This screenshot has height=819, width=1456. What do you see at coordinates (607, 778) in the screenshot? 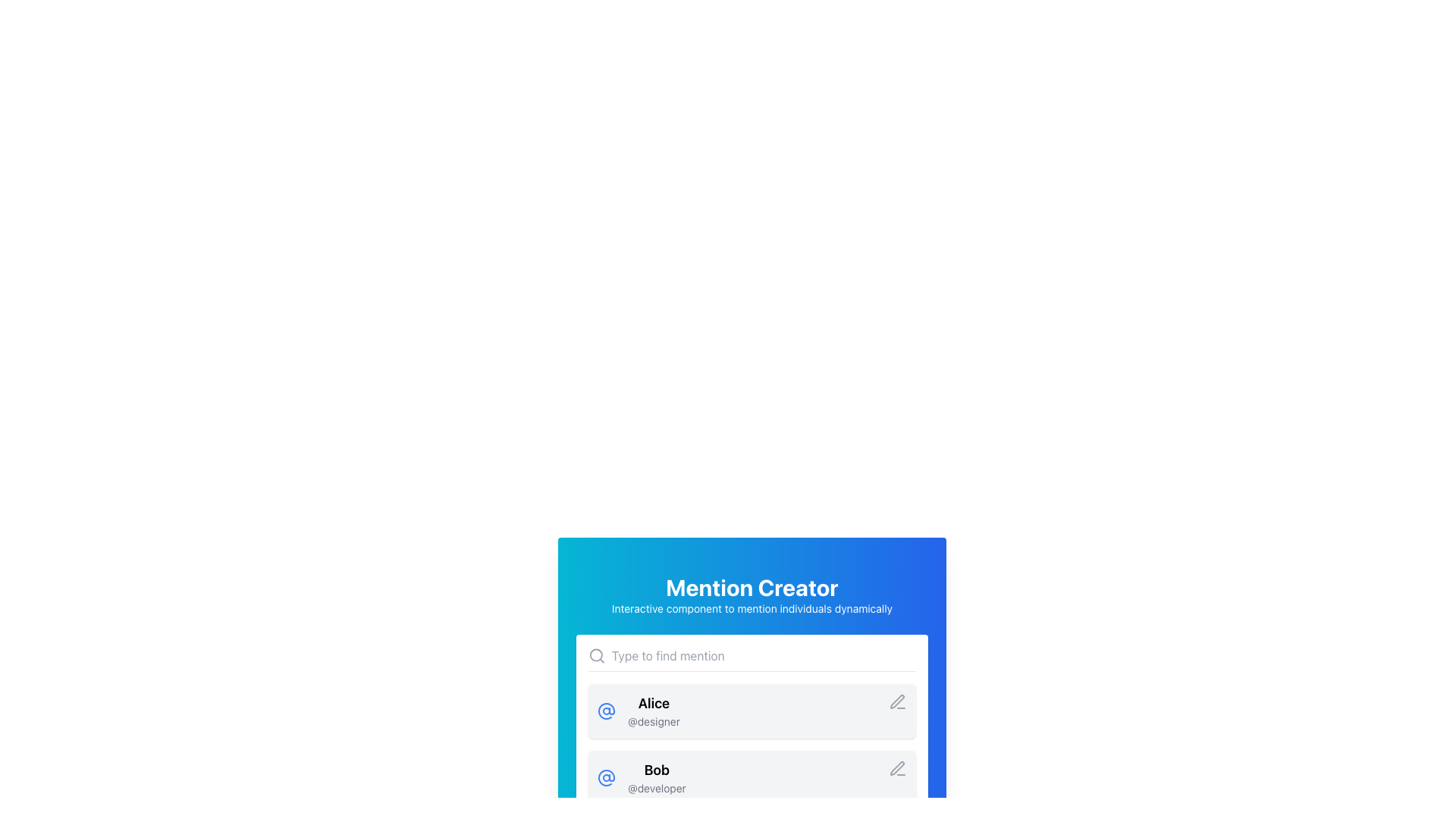
I see `the mention or email icon located to the left of the text 'Bob@developer' in the list entry` at bounding box center [607, 778].